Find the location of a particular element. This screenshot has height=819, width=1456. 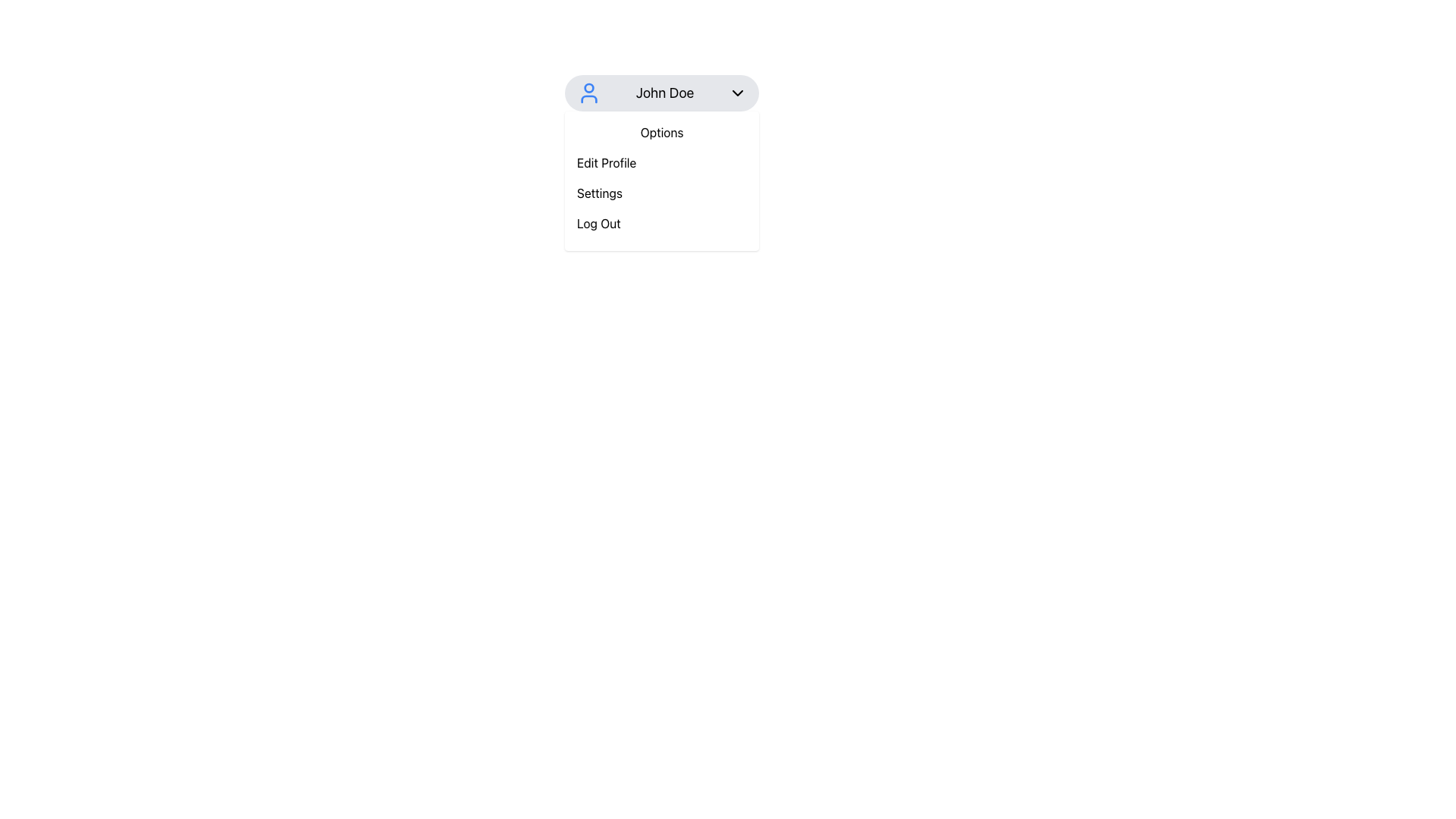

the button with the gray background, user avatar icon on the left, and the name 'John Doe' in bold text is located at coordinates (662, 93).